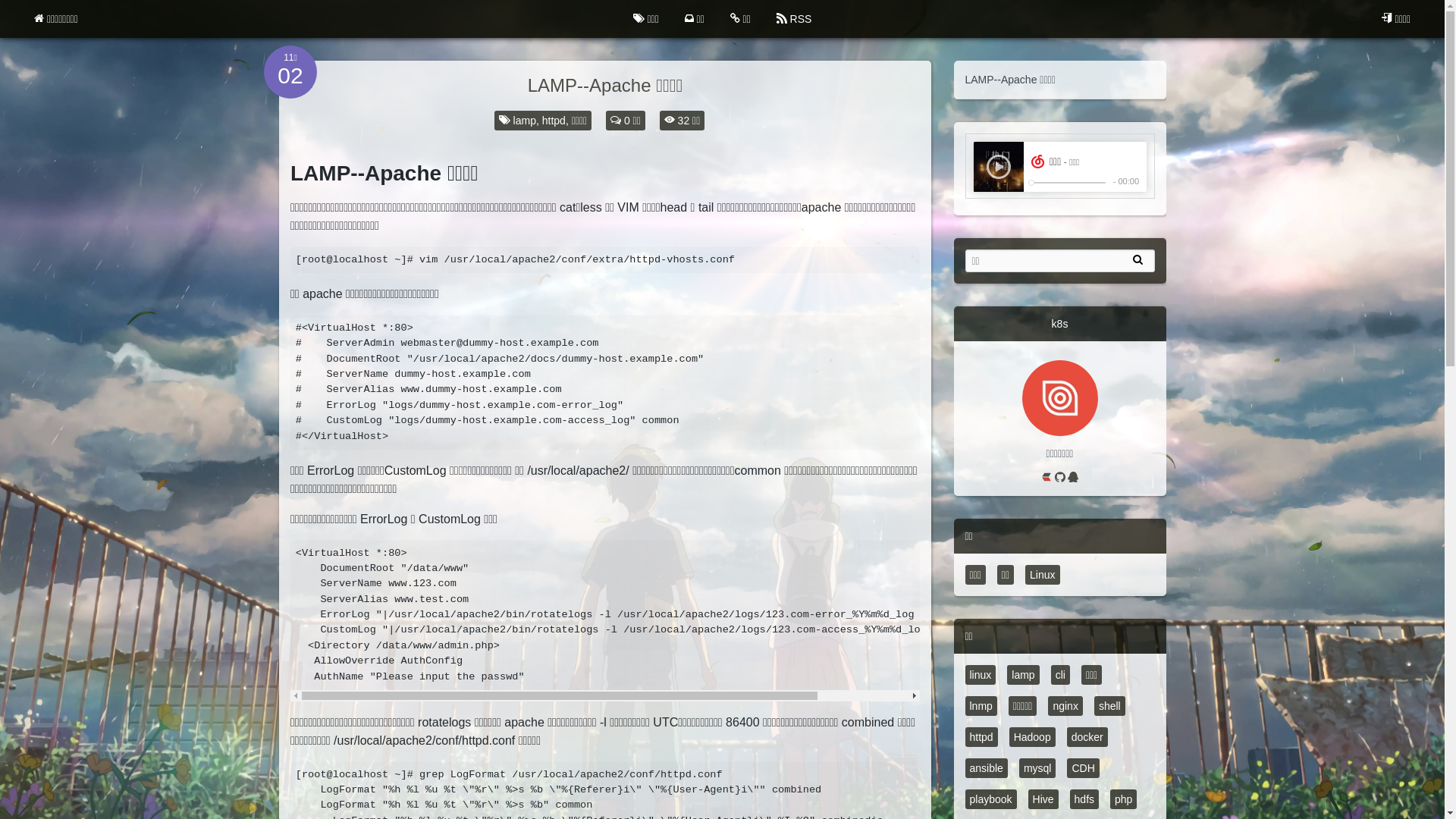 This screenshot has height=819, width=1456. What do you see at coordinates (1022, 674) in the screenshot?
I see `'lamp'` at bounding box center [1022, 674].